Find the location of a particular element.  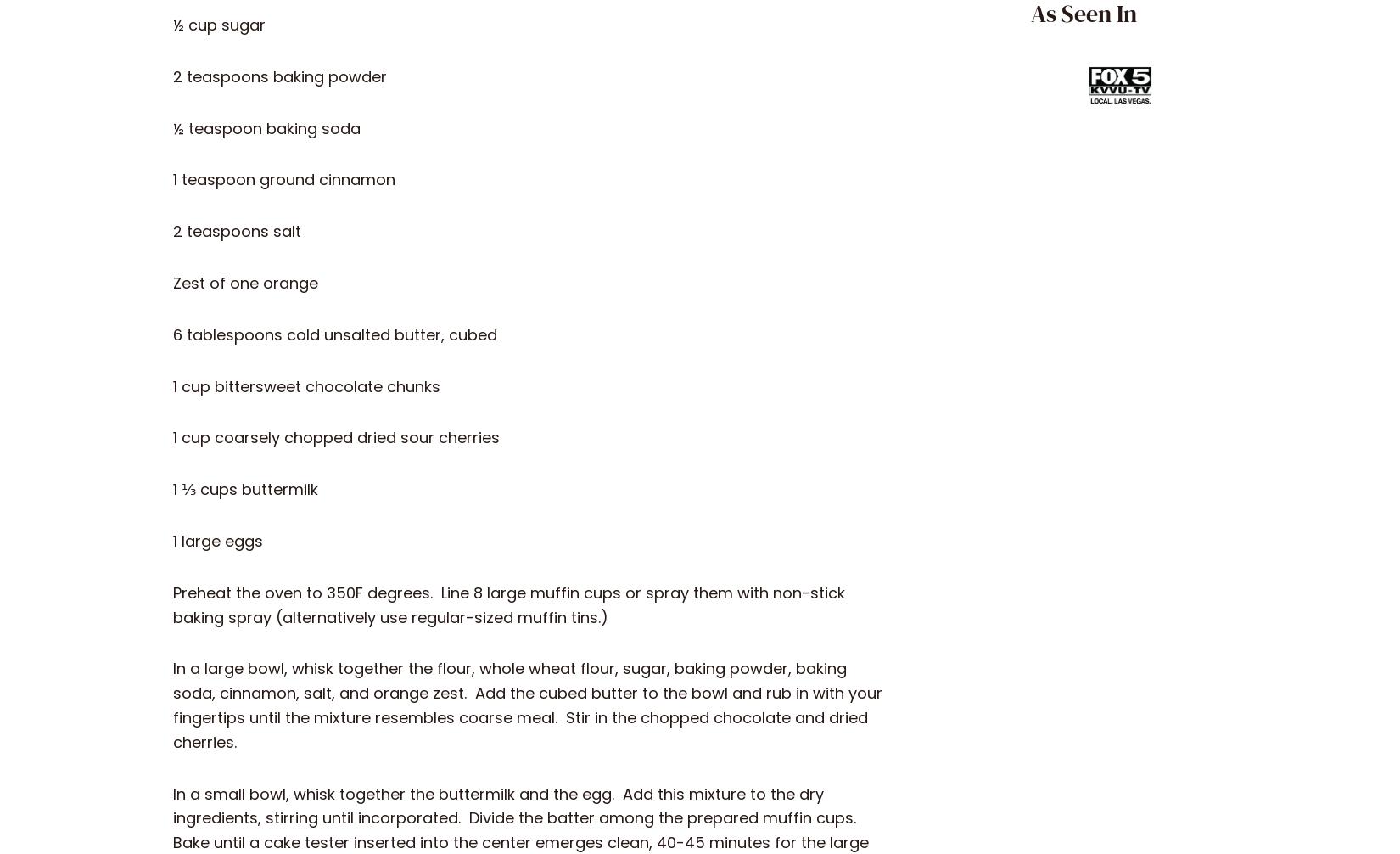

'1 cup coarsely chopped dried sour cherries' is located at coordinates (172, 437).